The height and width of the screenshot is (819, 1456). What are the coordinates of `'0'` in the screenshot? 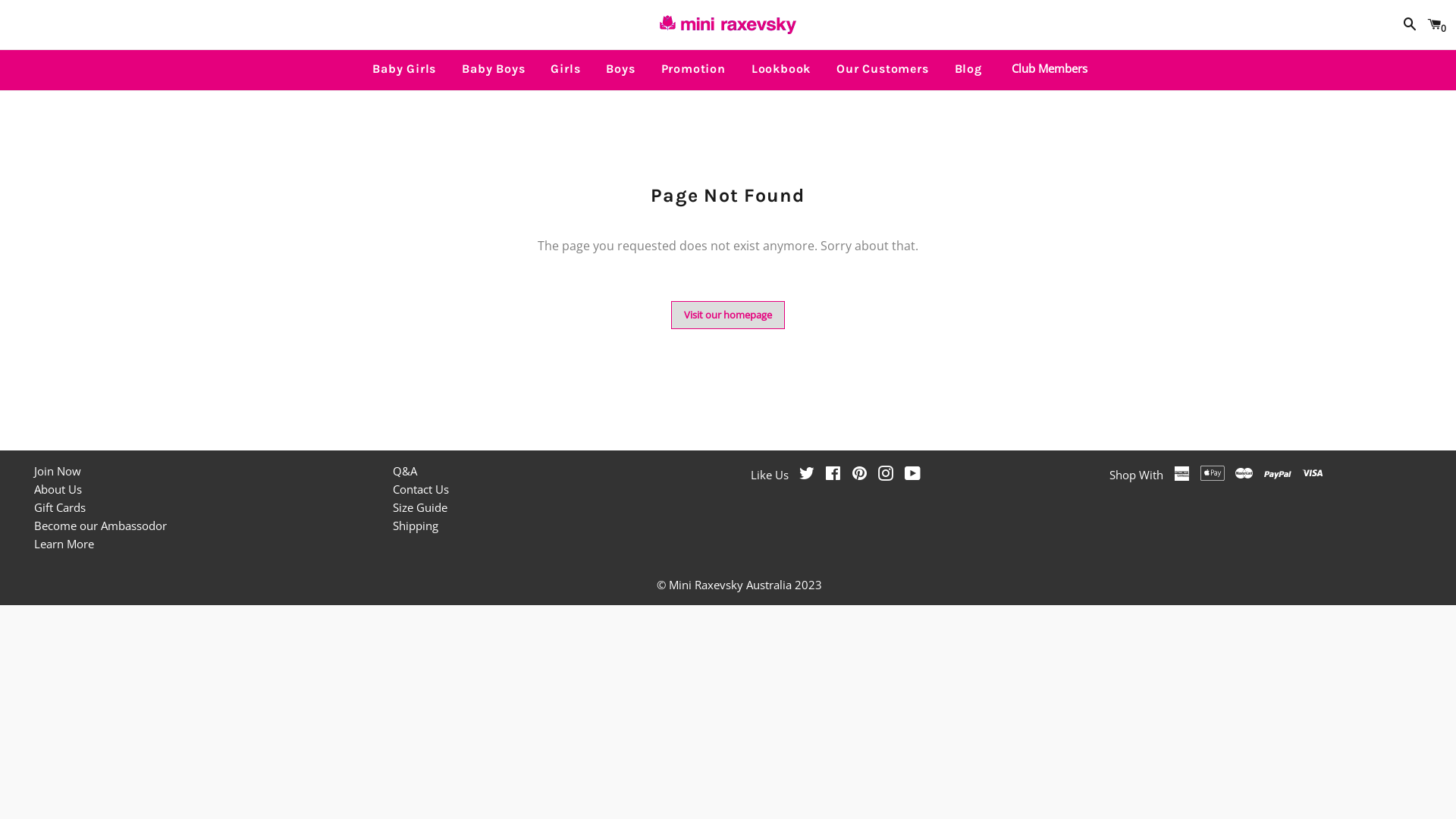 It's located at (1433, 24).